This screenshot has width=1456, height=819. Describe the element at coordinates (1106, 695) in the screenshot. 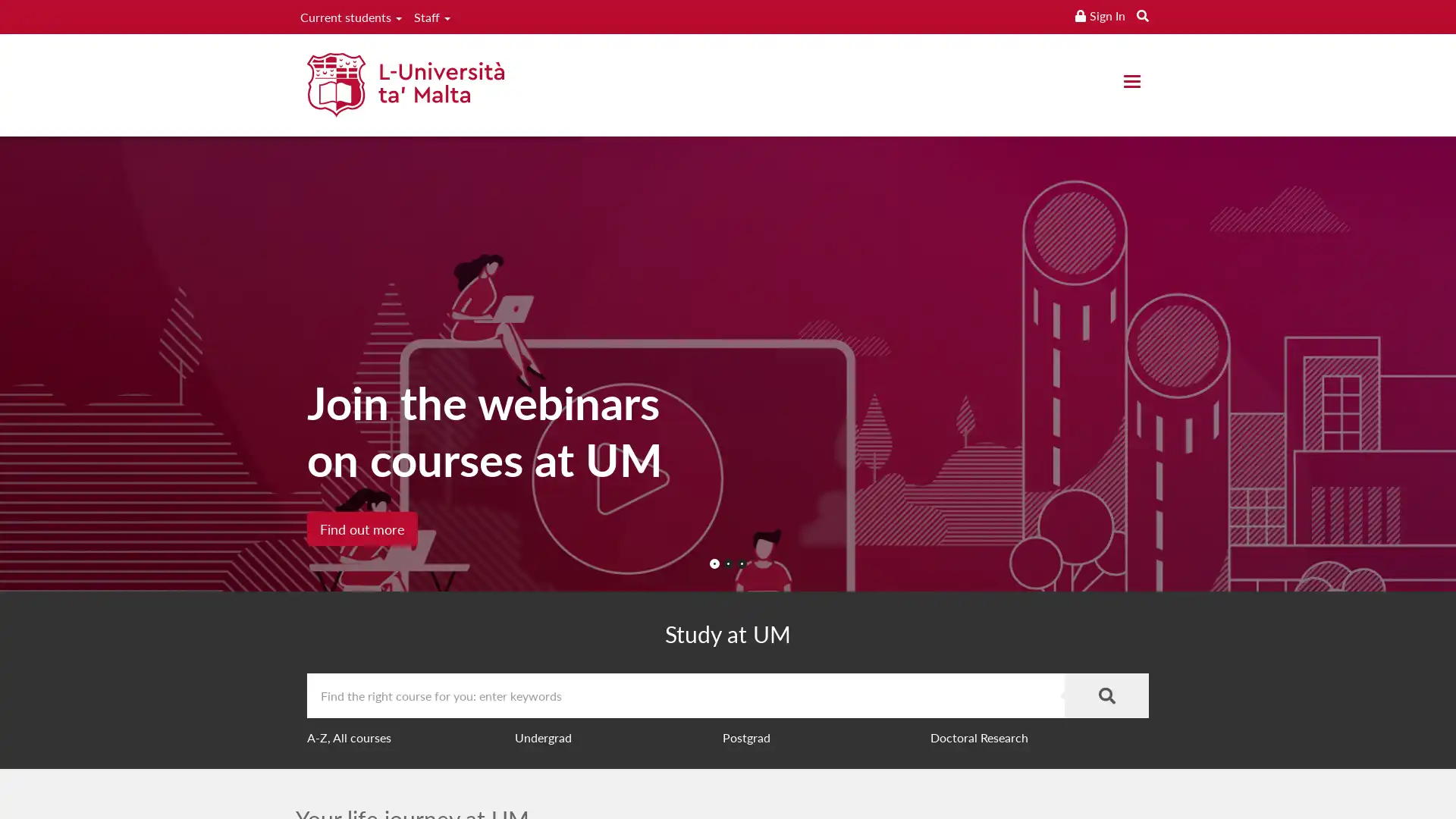

I see `Search for course` at that location.